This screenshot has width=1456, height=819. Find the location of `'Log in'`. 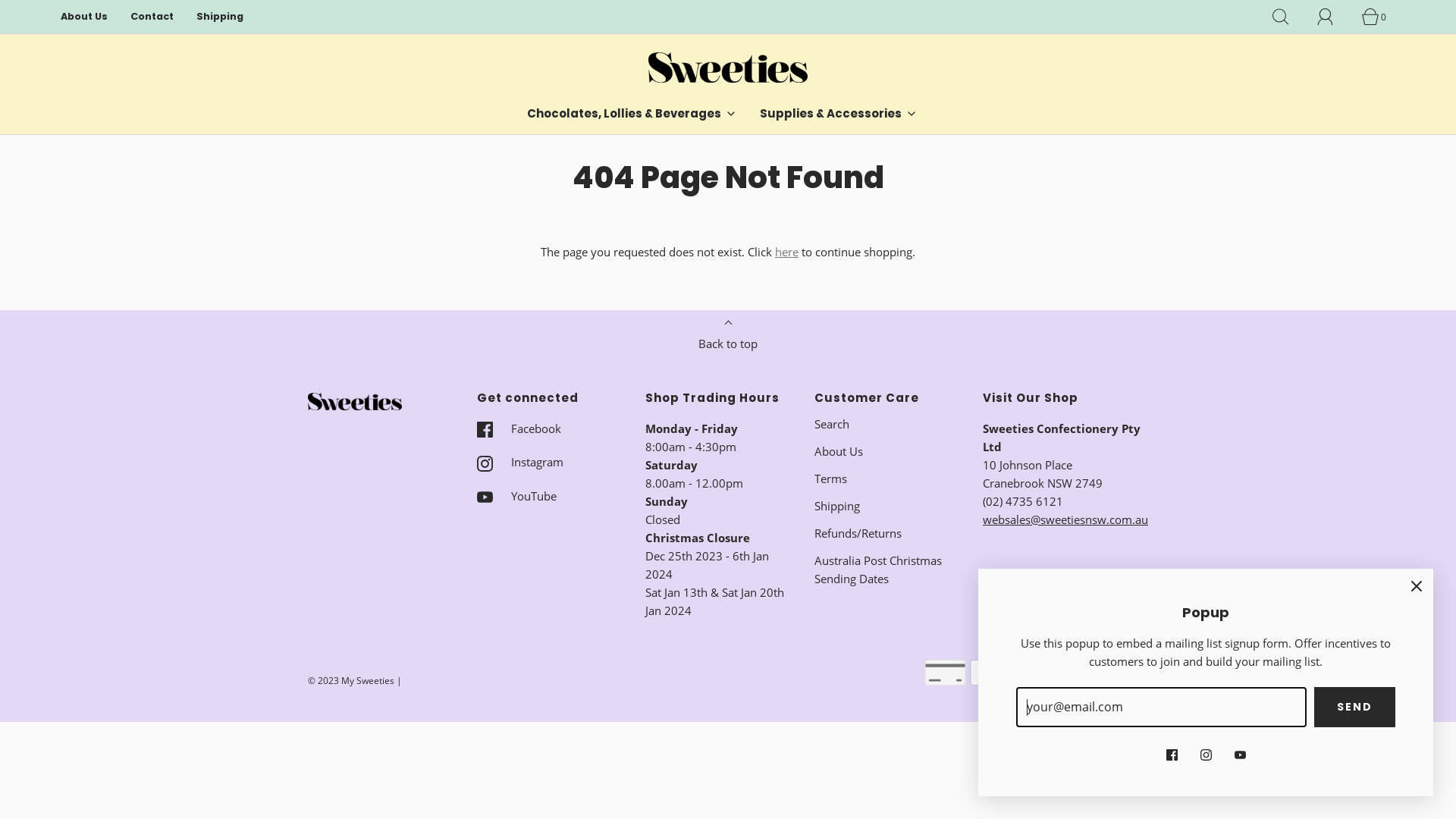

'Log in' is located at coordinates (1332, 17).